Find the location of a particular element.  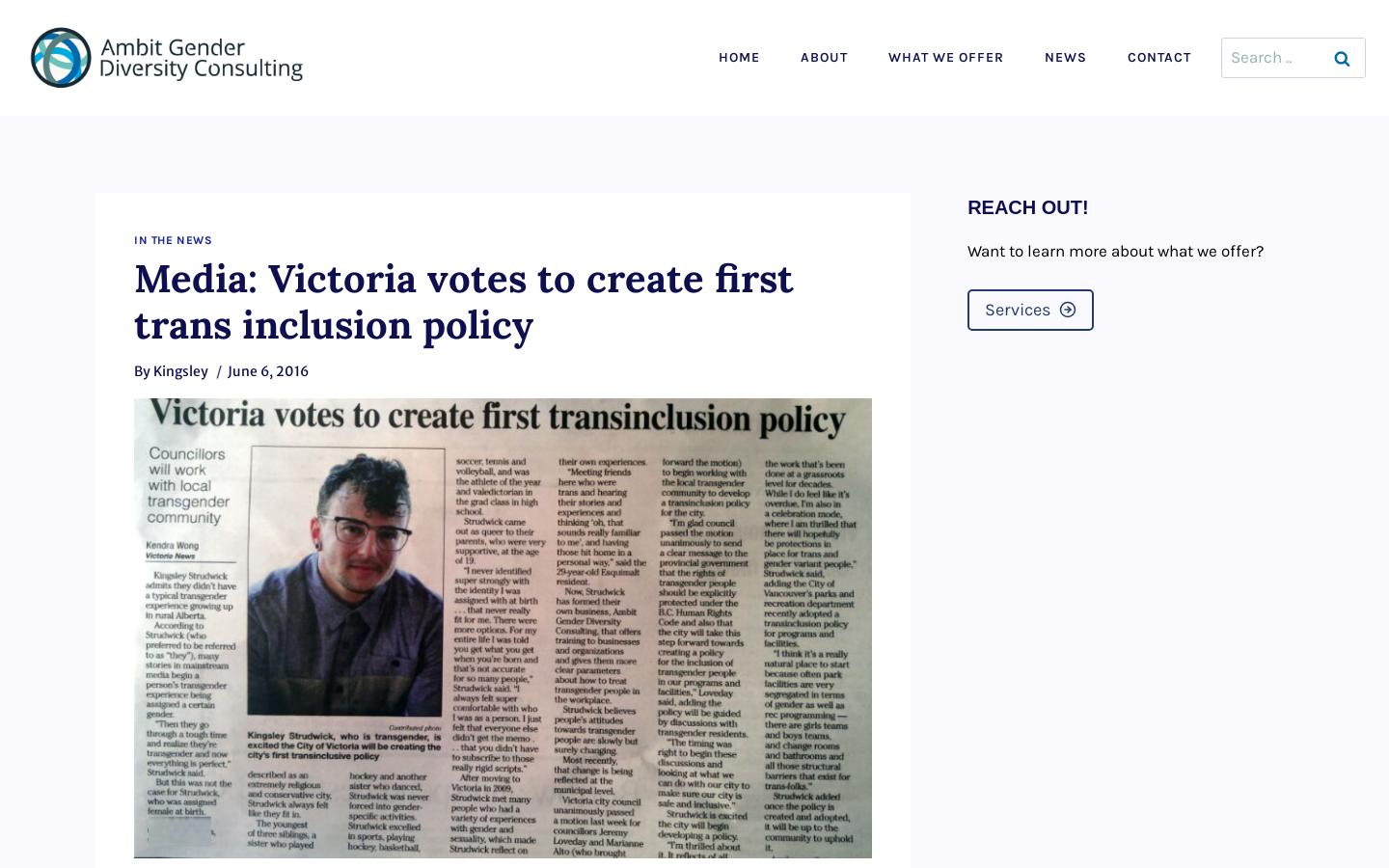

'Reach out!' is located at coordinates (966, 207).